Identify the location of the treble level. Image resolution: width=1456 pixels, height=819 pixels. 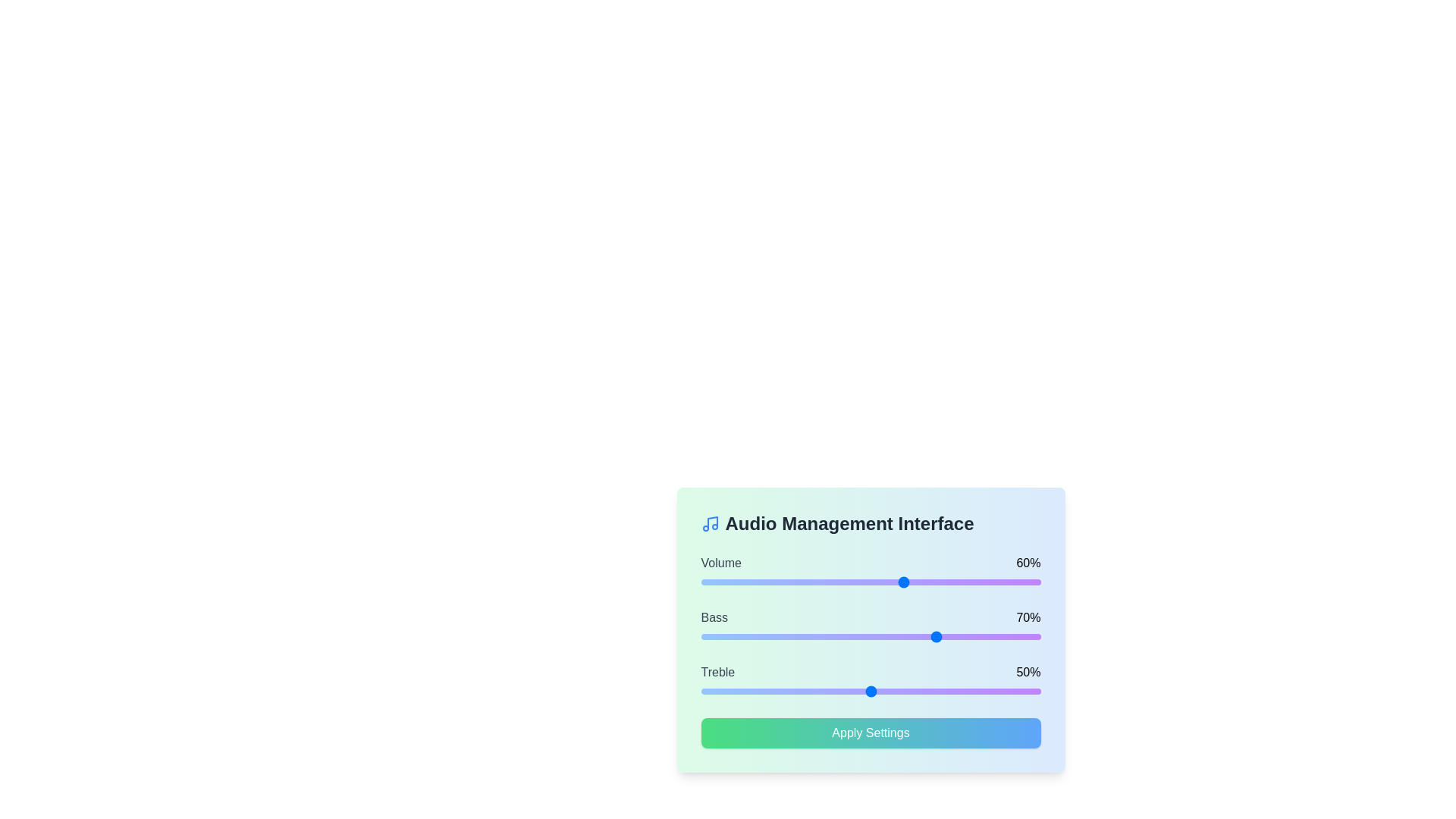
(802, 691).